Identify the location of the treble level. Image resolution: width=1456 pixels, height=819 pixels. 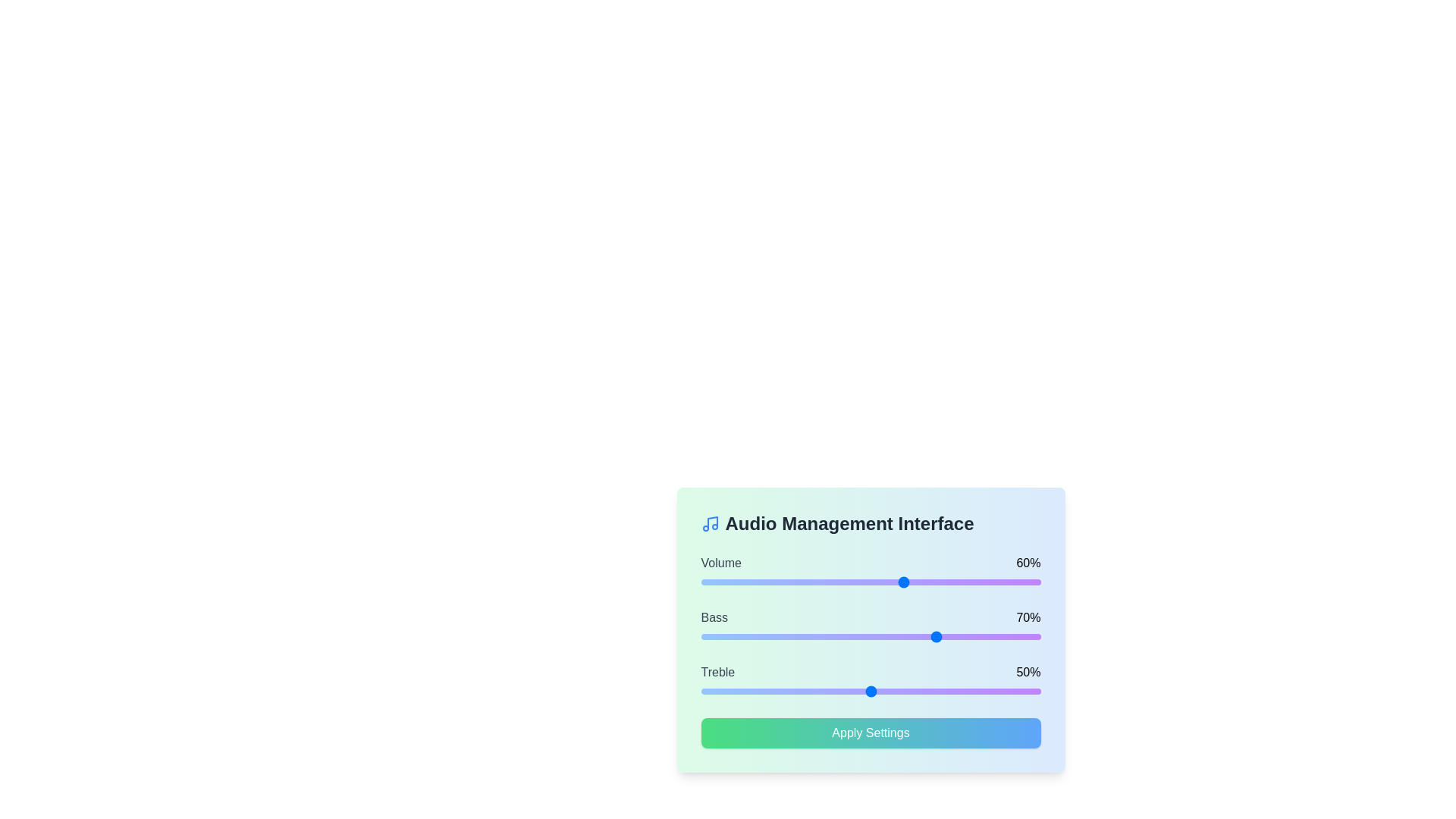
(802, 691).